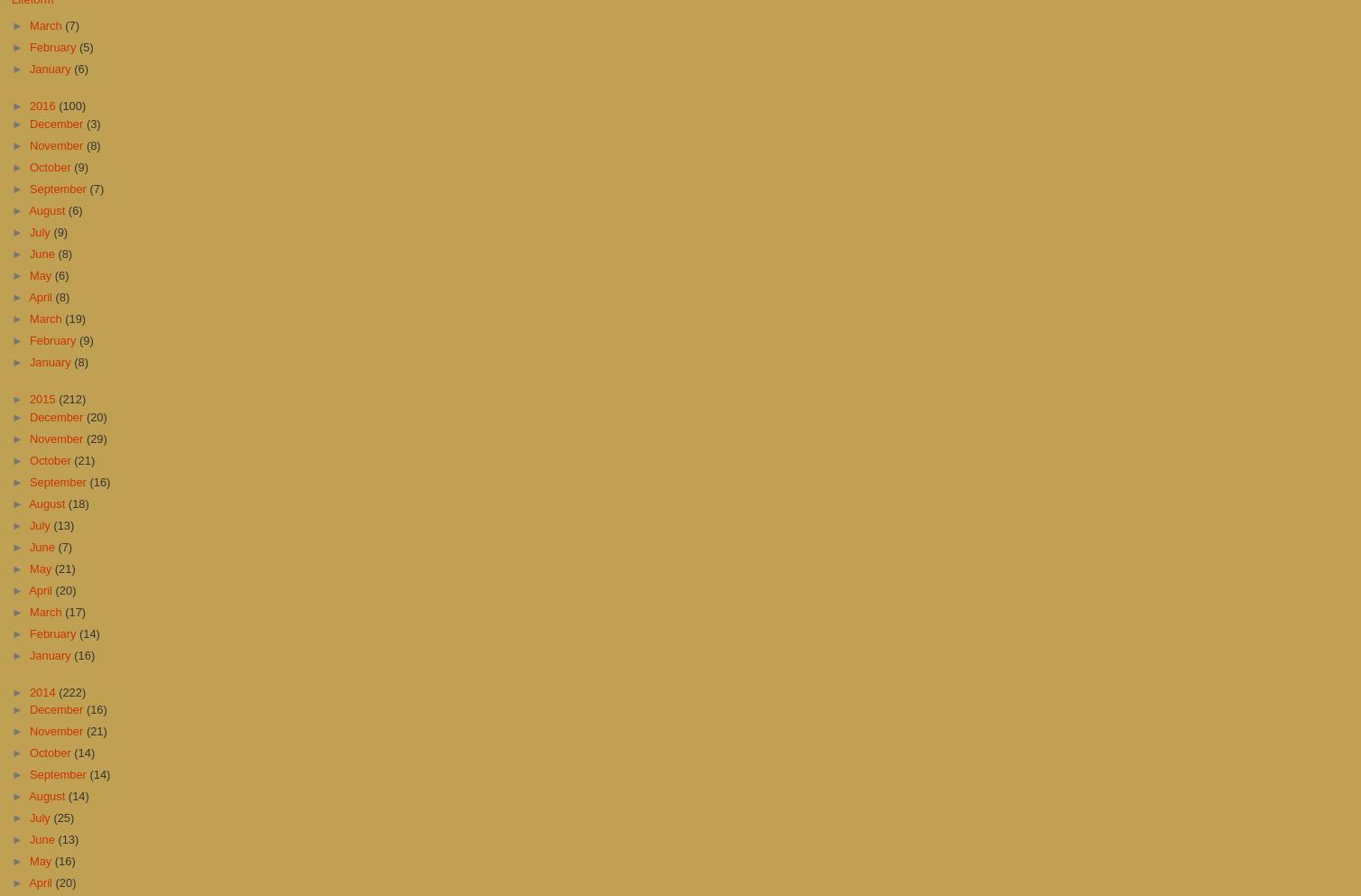 Image resolution: width=1361 pixels, height=896 pixels. Describe the element at coordinates (28, 106) in the screenshot. I see `'2016'` at that location.